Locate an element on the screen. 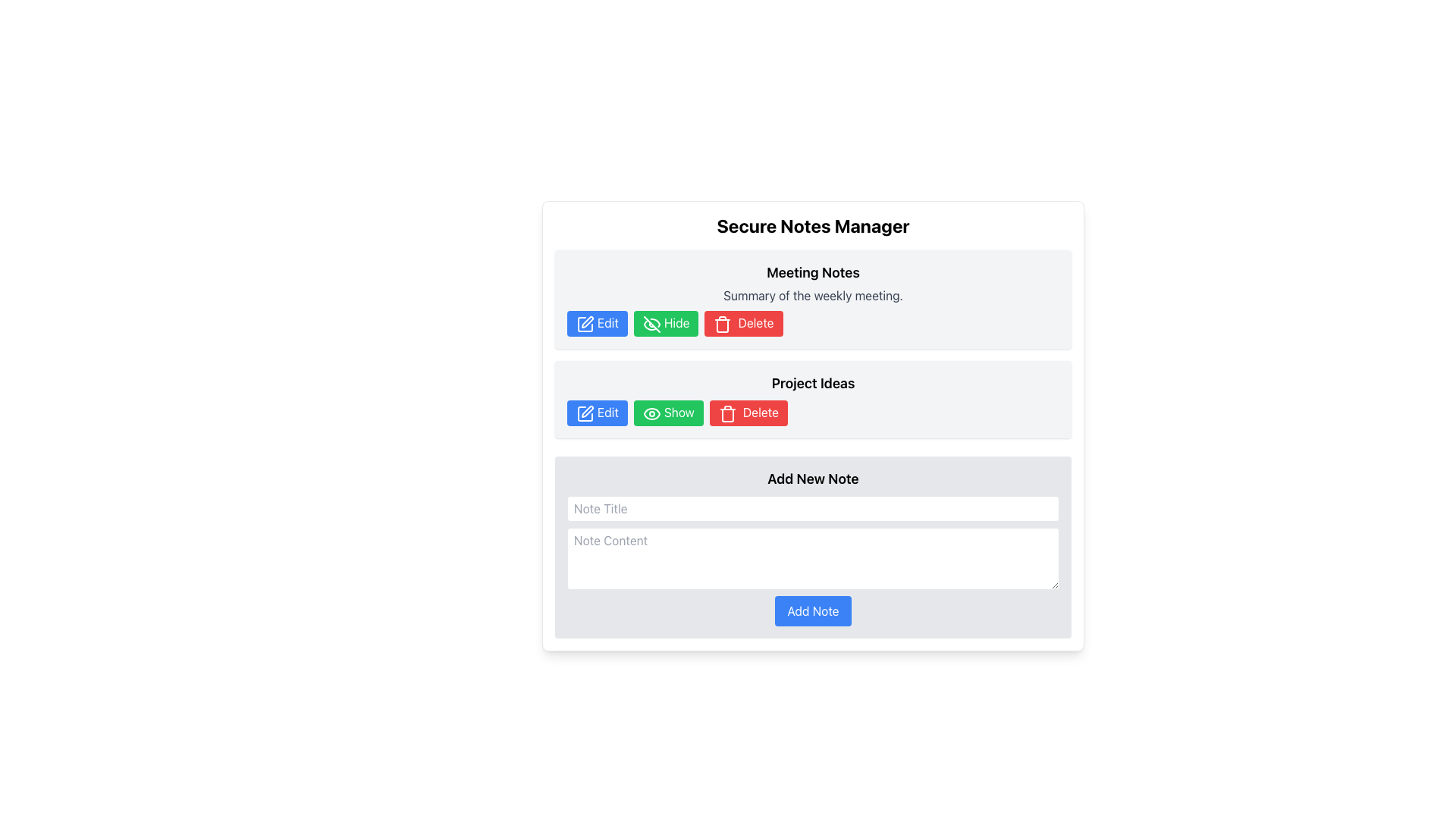  the heading text that identifies the 'Meeting Notes' section, which is positioned above the summary and action buttons is located at coordinates (812, 271).